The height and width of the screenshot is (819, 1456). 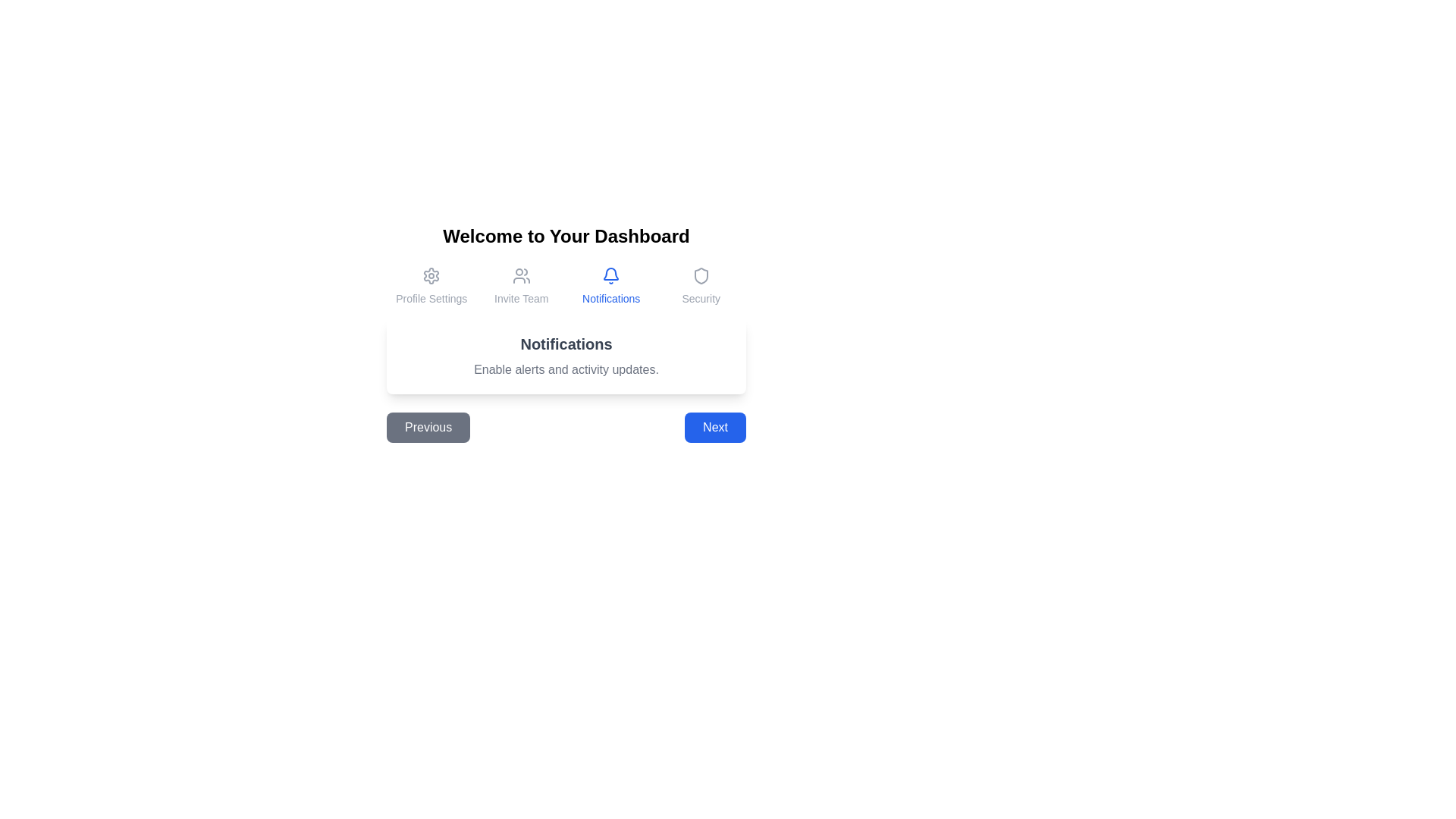 I want to click on the text label that indicates functionality for inviting team members, located below the icon resembling a group of people, so click(x=521, y=298).